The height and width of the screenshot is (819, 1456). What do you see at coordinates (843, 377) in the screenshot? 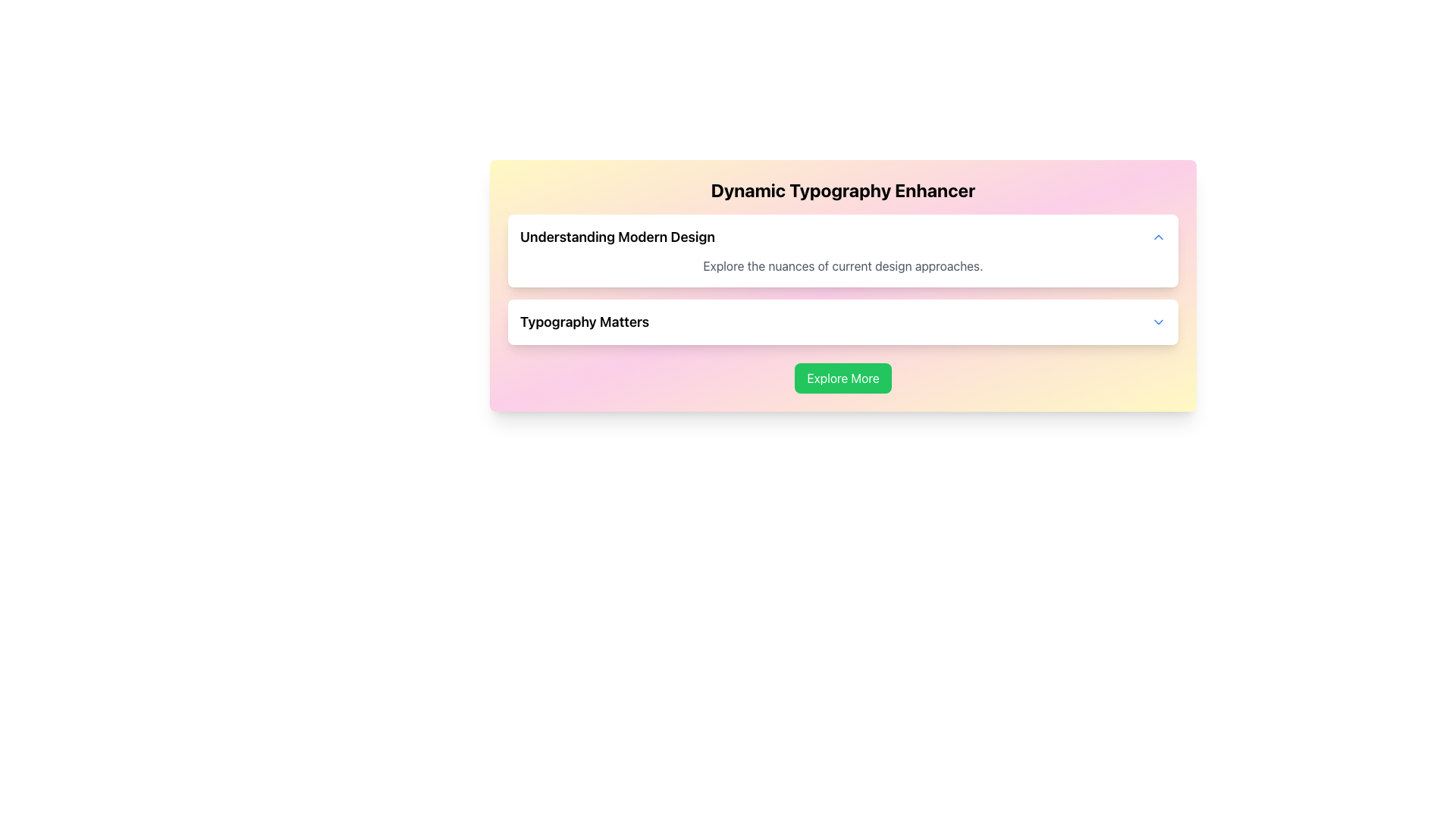
I see `the 'Explore More' button, which is a green rectangular button with white text, located beneath the 'Typography Matters' card in the 'Dynamic Typography Enhancer' application` at bounding box center [843, 377].